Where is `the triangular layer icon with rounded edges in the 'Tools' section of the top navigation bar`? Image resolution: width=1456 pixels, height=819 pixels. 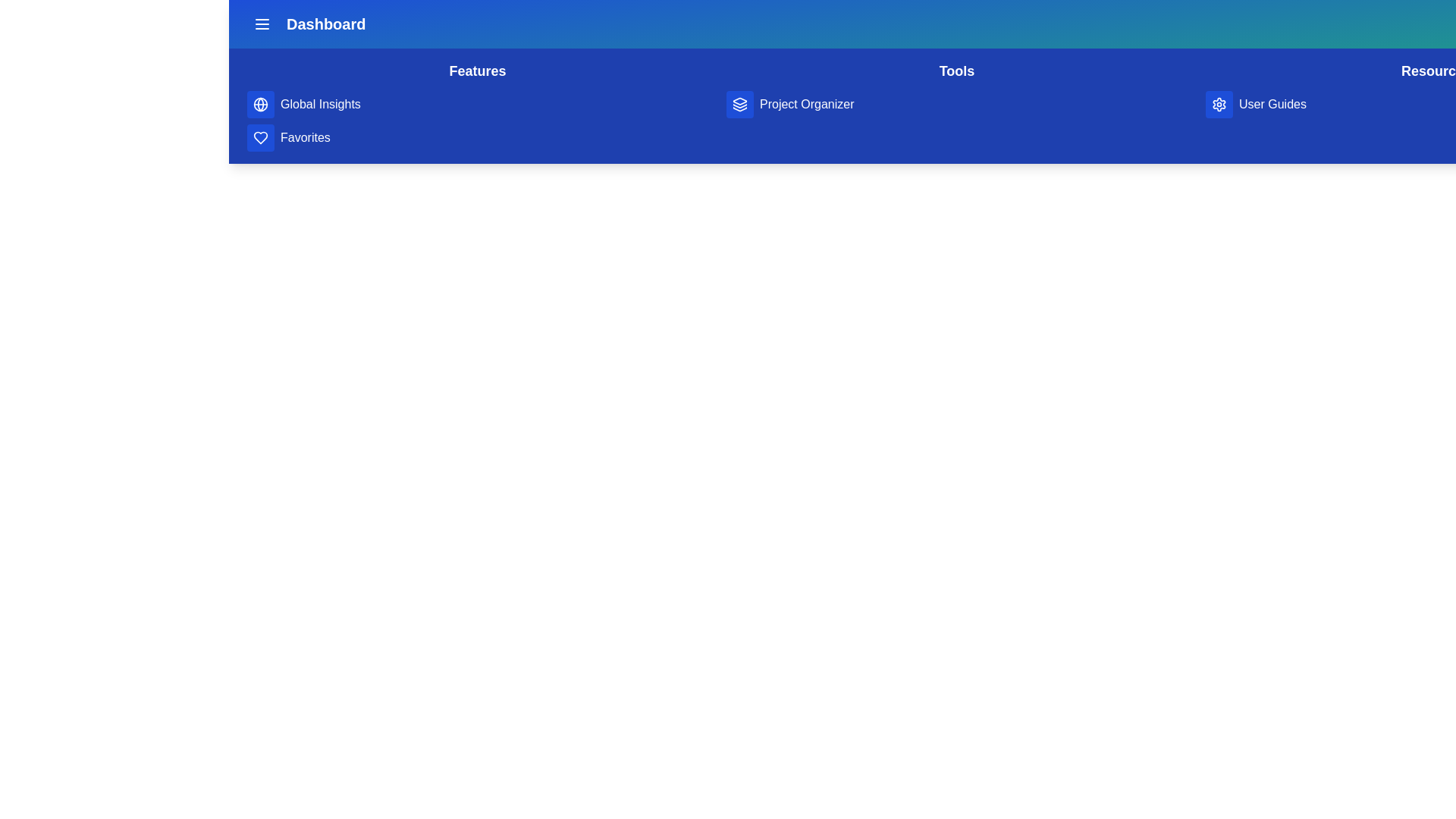 the triangular layer icon with rounded edges in the 'Tools' section of the top navigation bar is located at coordinates (739, 101).